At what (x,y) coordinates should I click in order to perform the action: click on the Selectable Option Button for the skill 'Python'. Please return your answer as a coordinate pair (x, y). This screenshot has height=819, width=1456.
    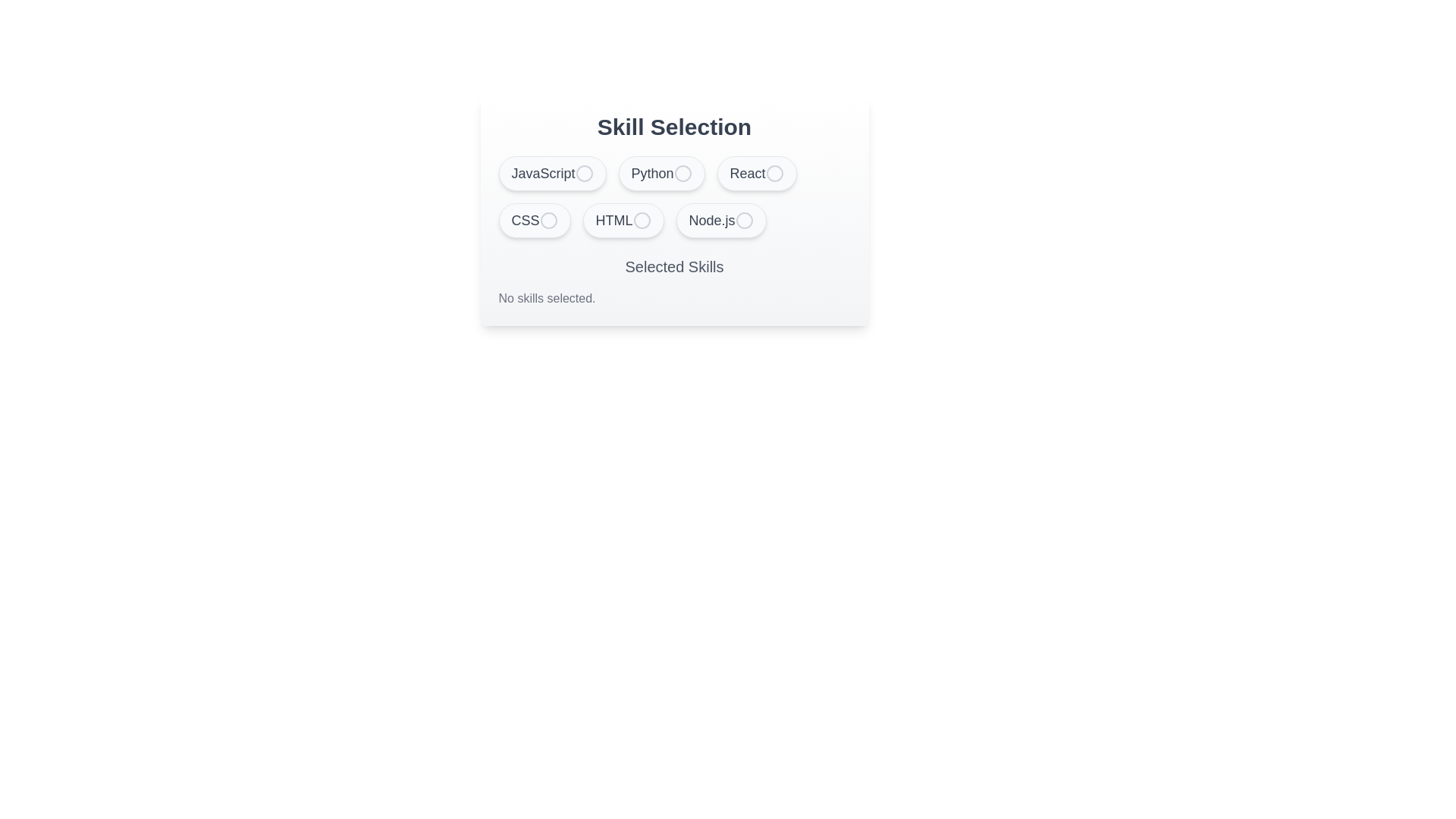
    Looking at the image, I should click on (661, 172).